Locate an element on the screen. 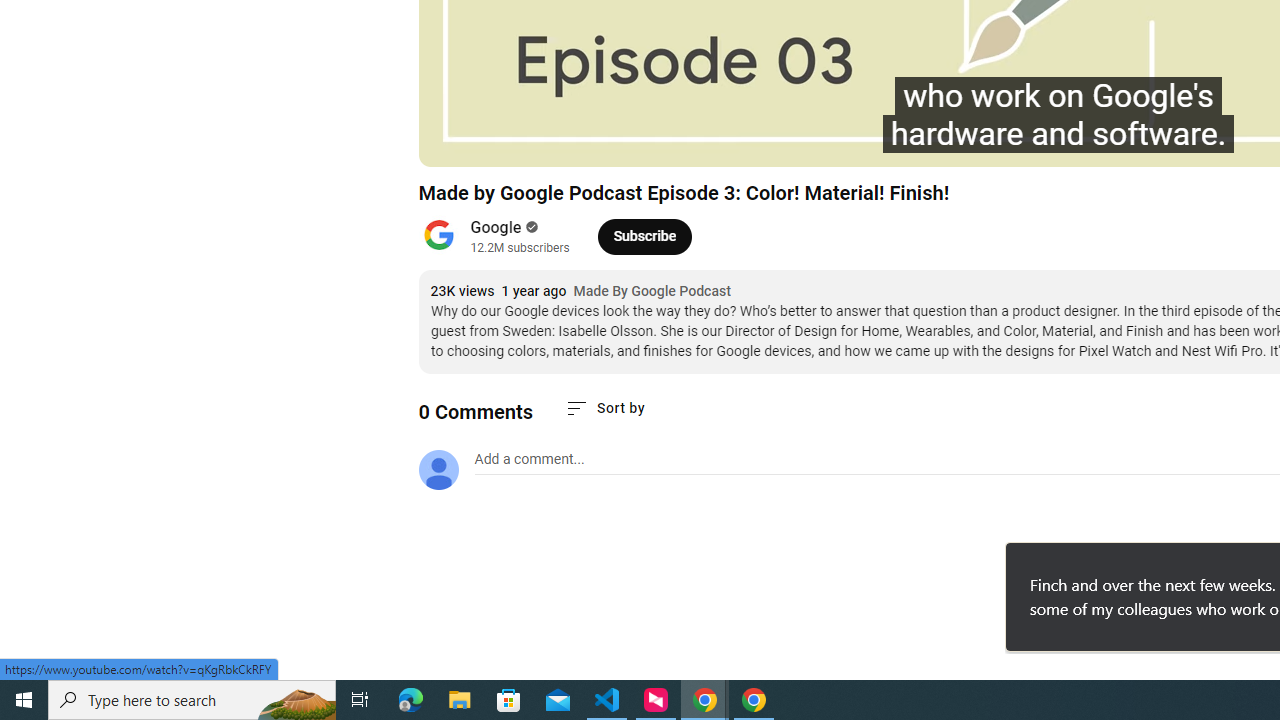 Image resolution: width=1280 pixels, height=720 pixels. 'Sort comments' is located at coordinates (603, 407).